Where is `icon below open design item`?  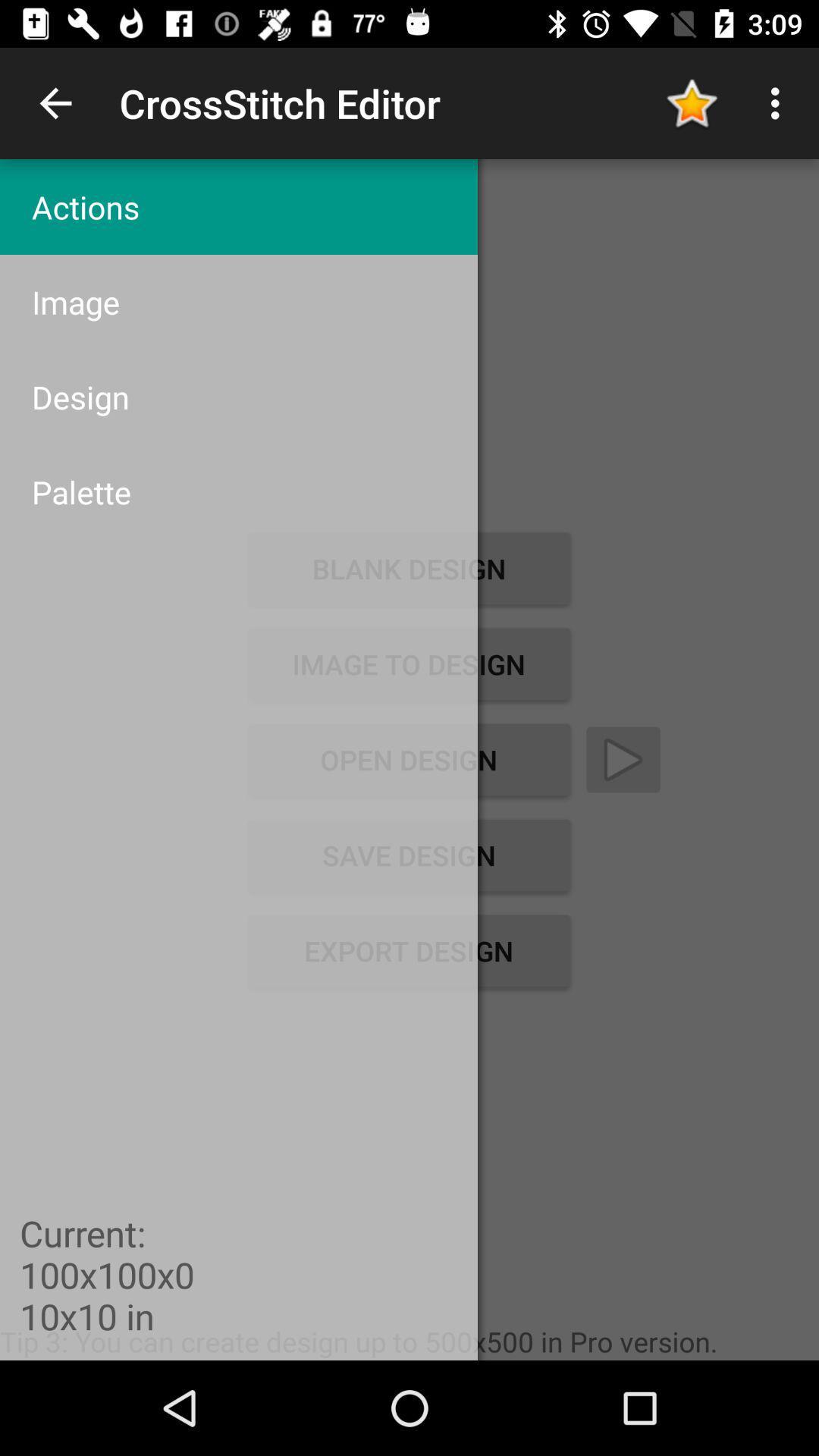 icon below open design item is located at coordinates (408, 855).